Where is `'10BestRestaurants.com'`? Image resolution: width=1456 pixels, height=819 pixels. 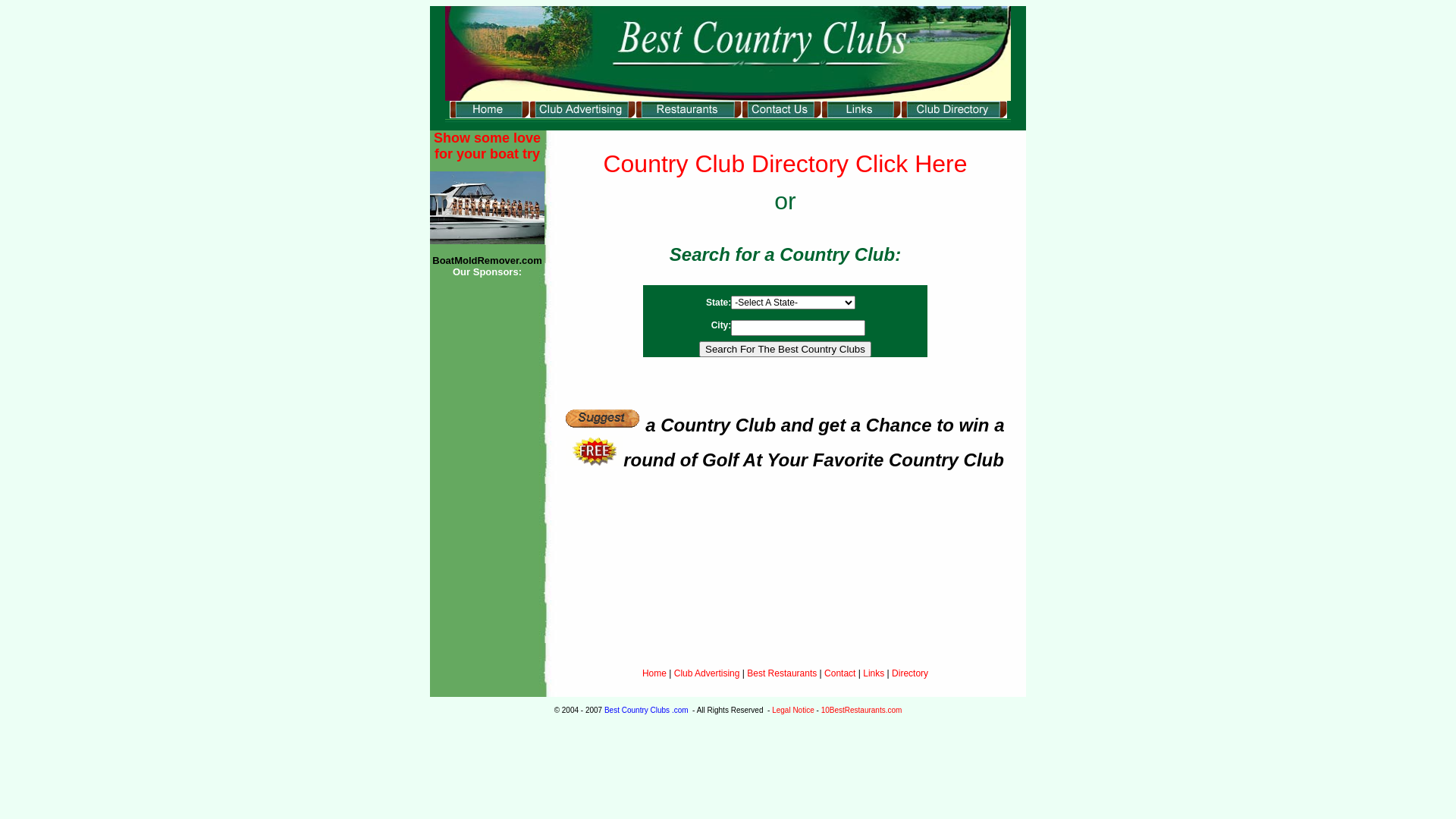 '10BestRestaurants.com' is located at coordinates (861, 710).